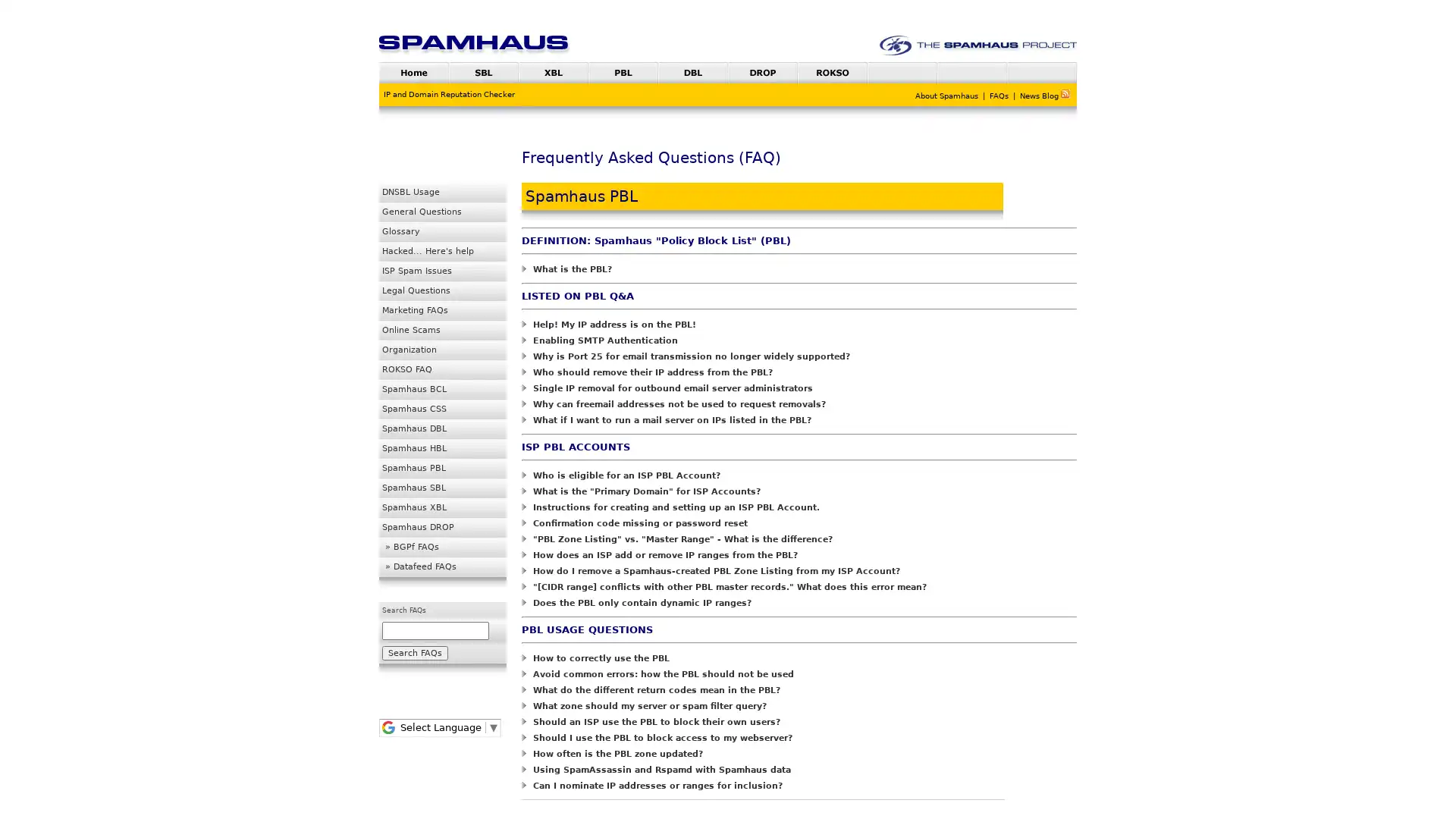  What do you see at coordinates (415, 652) in the screenshot?
I see `Search FAQs` at bounding box center [415, 652].